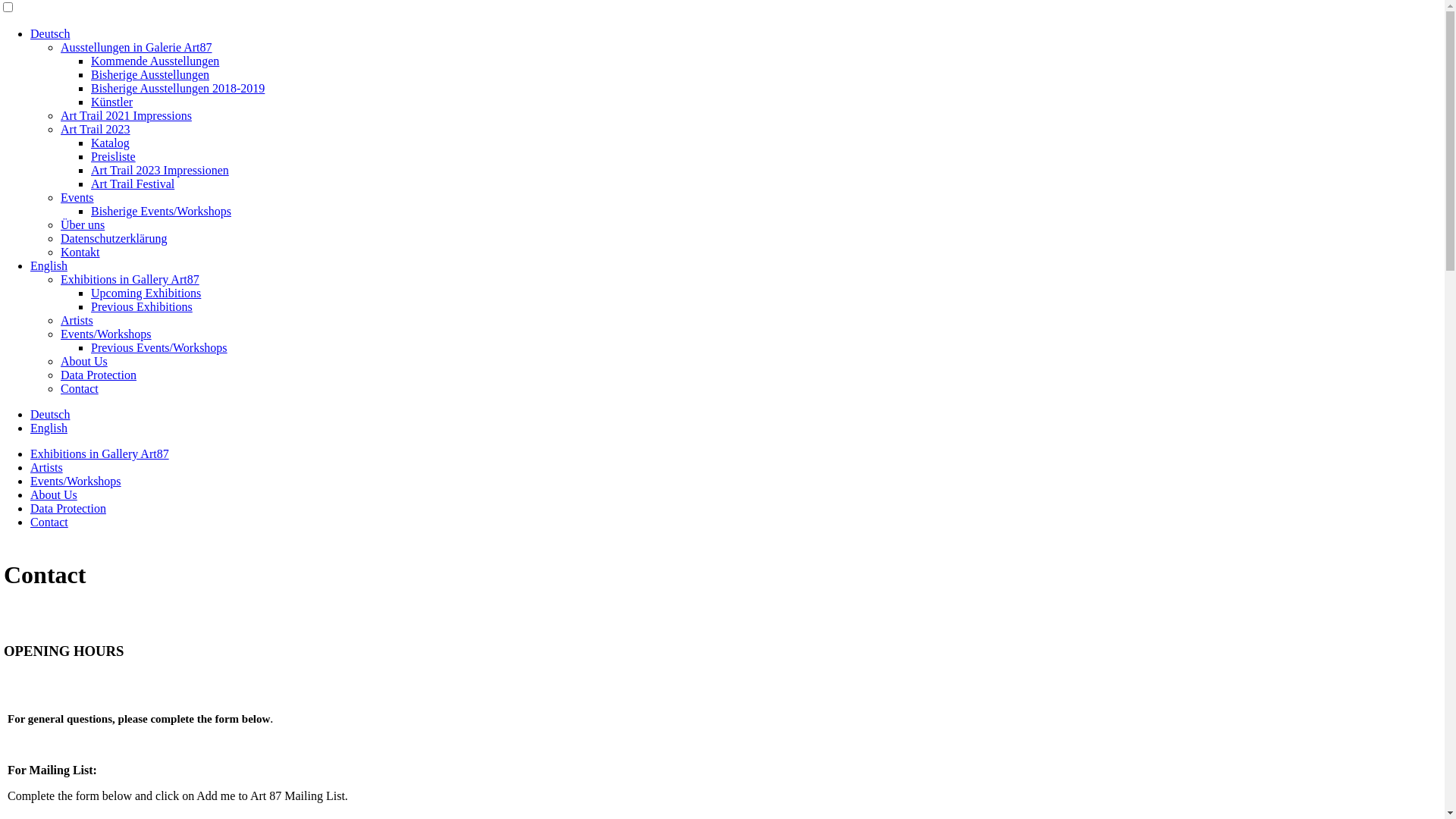 The height and width of the screenshot is (819, 1456). I want to click on 'Events/Workshops', so click(105, 333).